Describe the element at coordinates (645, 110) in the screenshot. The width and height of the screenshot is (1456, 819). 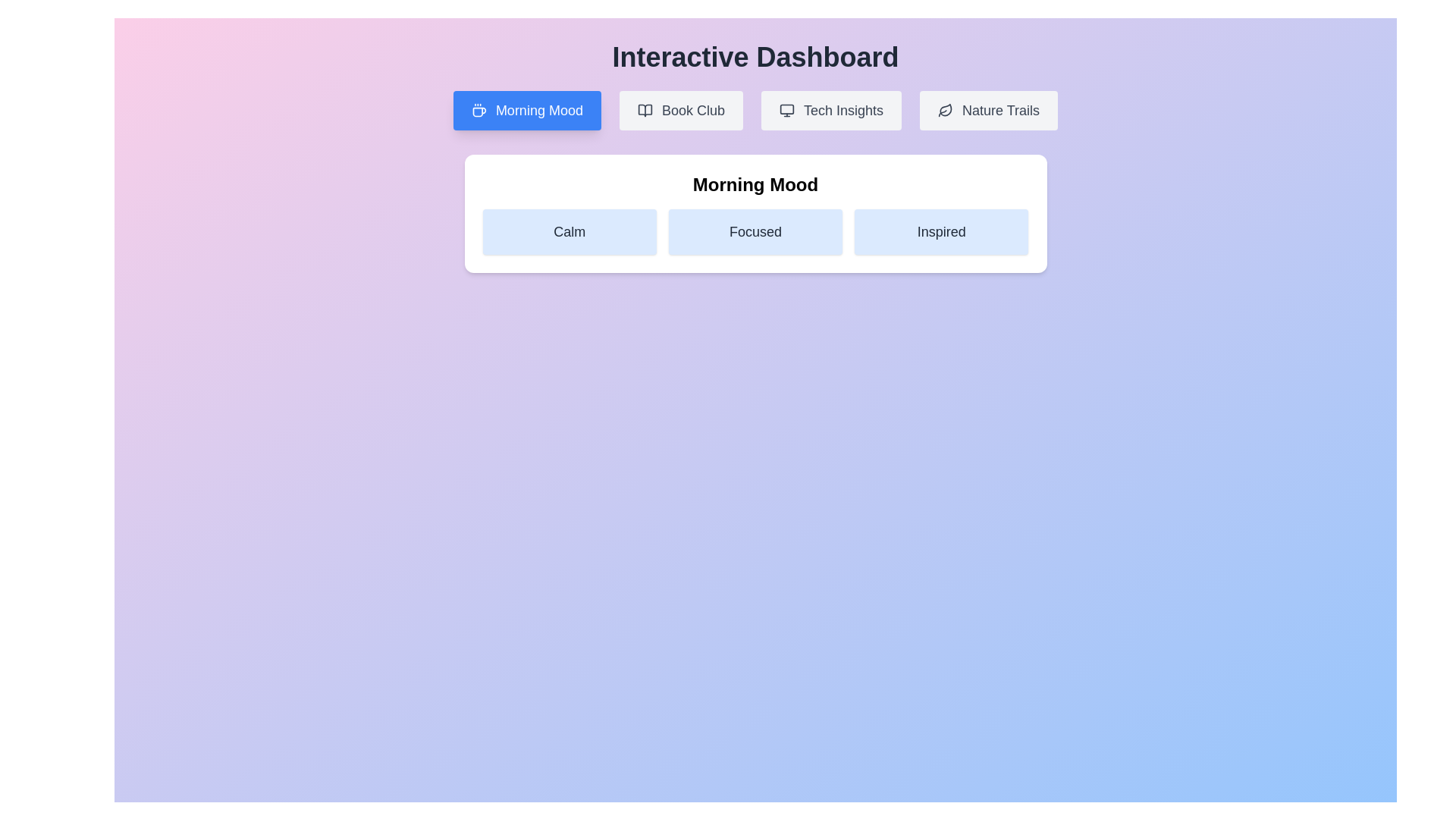
I see `the icon representing the theme of the 'Book Club' button, located at the extreme left of the button with a light gray background` at that location.